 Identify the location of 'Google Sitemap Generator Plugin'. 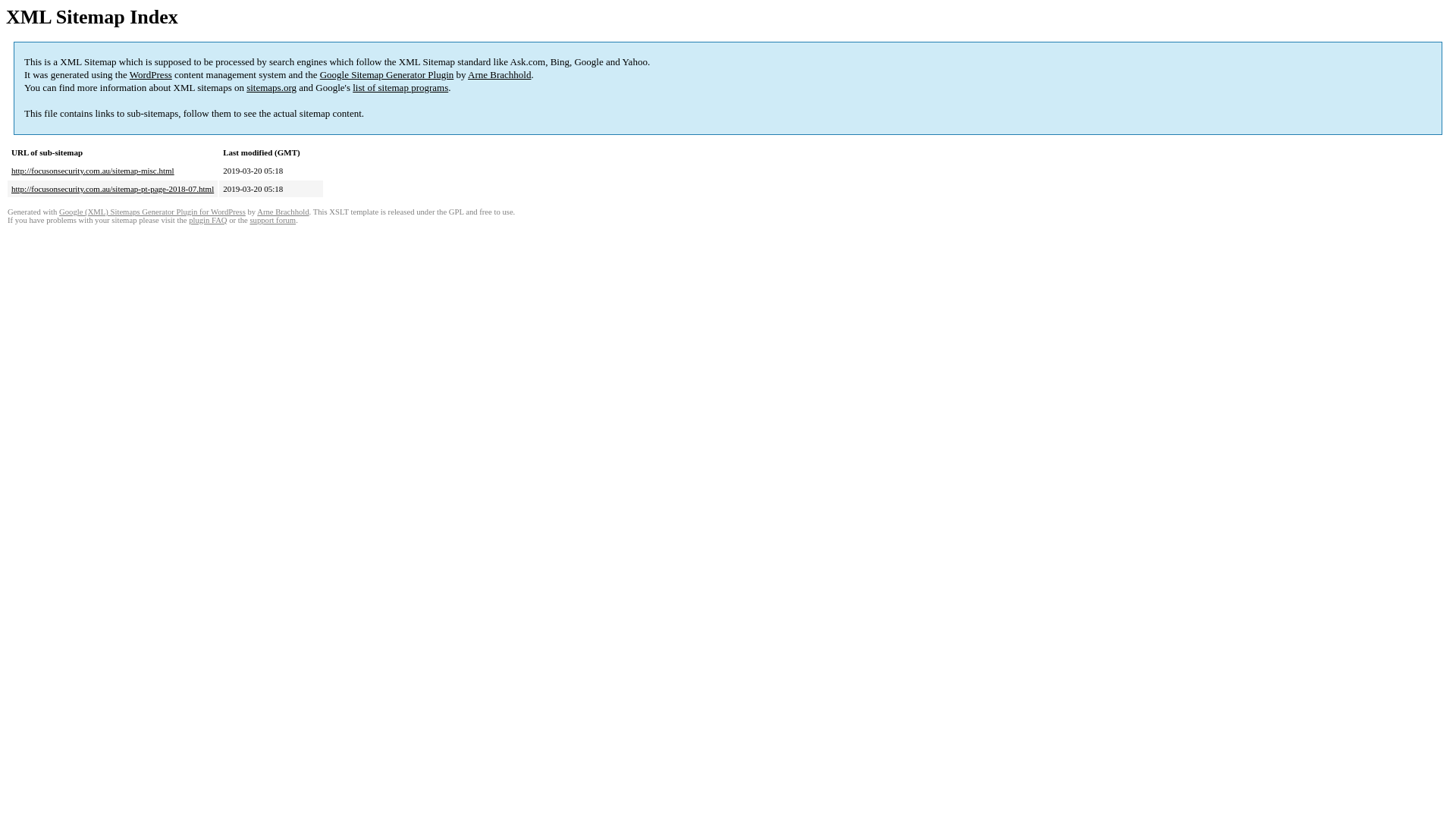
(319, 74).